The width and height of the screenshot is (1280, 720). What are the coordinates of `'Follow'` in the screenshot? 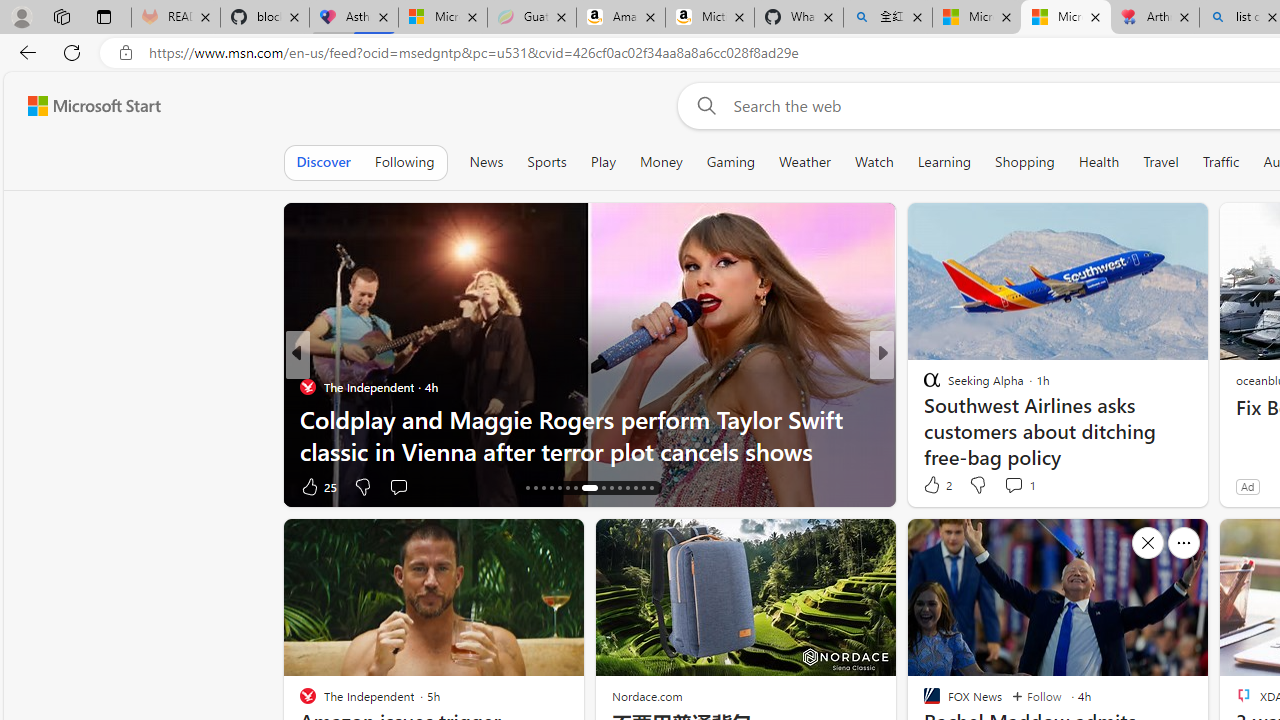 It's located at (1036, 695).